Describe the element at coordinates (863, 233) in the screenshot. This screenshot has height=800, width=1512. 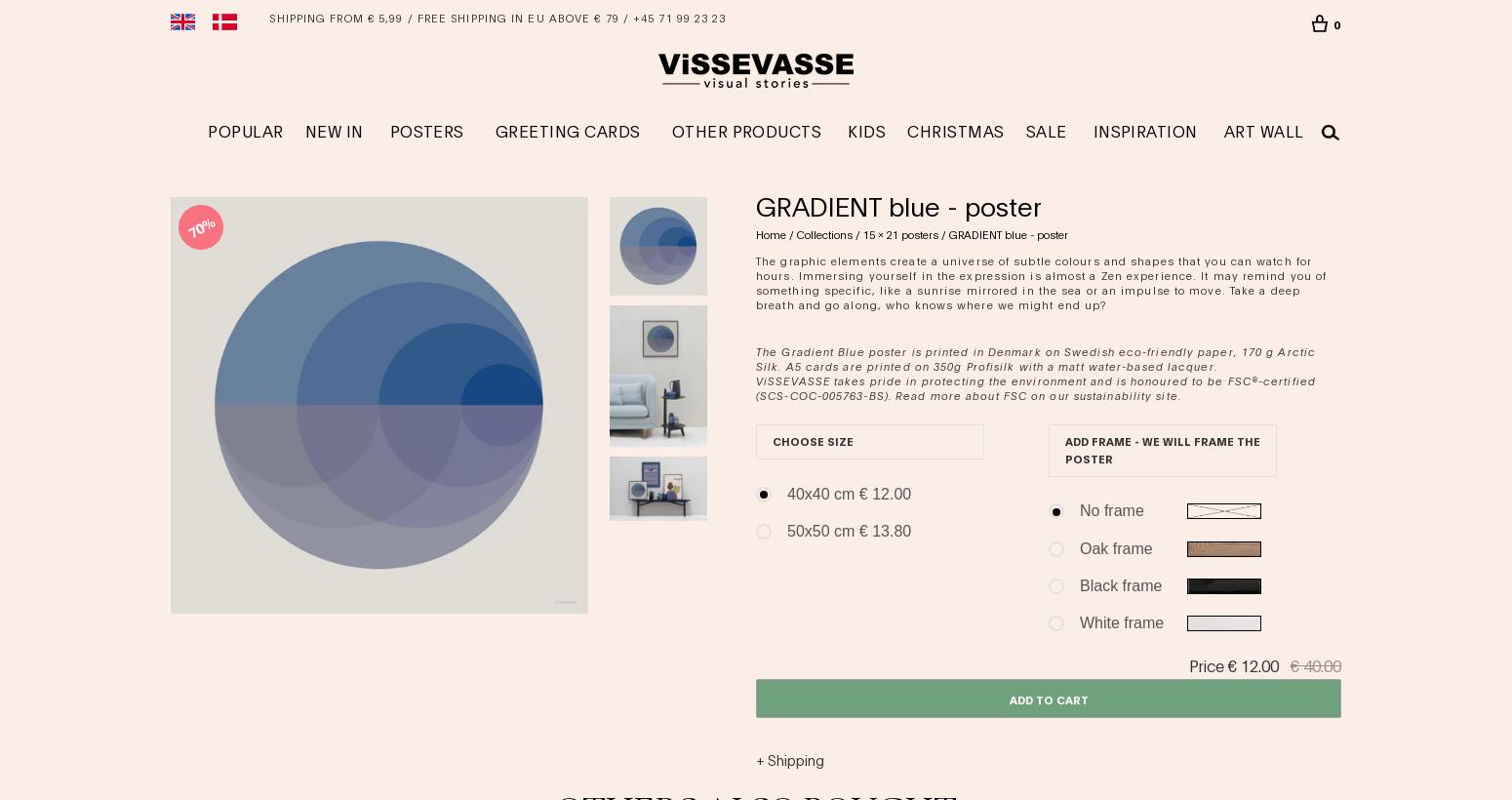
I see `'15 x 21 posters'` at that location.